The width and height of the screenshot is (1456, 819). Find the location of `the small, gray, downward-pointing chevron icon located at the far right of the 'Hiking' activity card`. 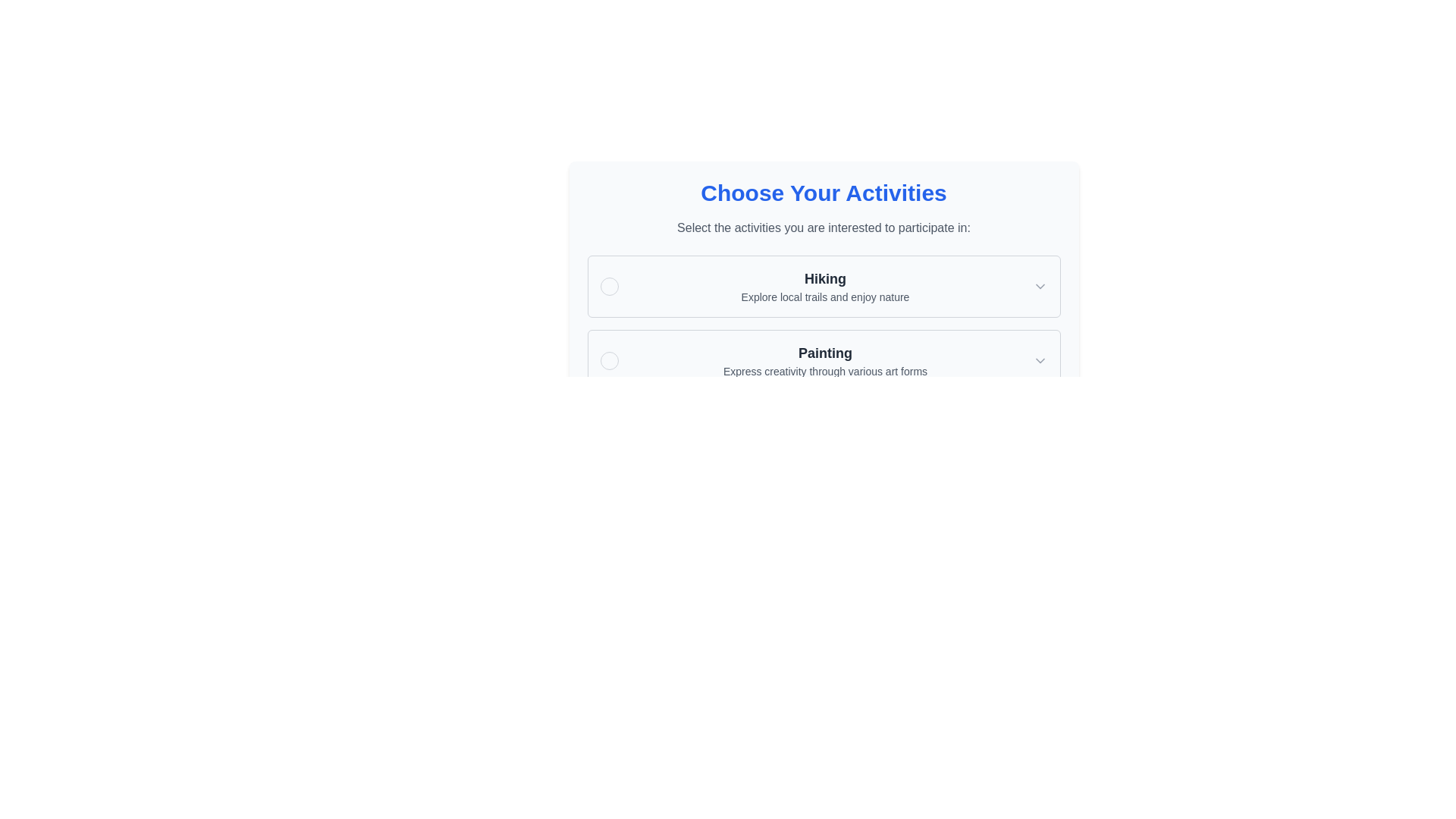

the small, gray, downward-pointing chevron icon located at the far right of the 'Hiking' activity card is located at coordinates (1039, 287).